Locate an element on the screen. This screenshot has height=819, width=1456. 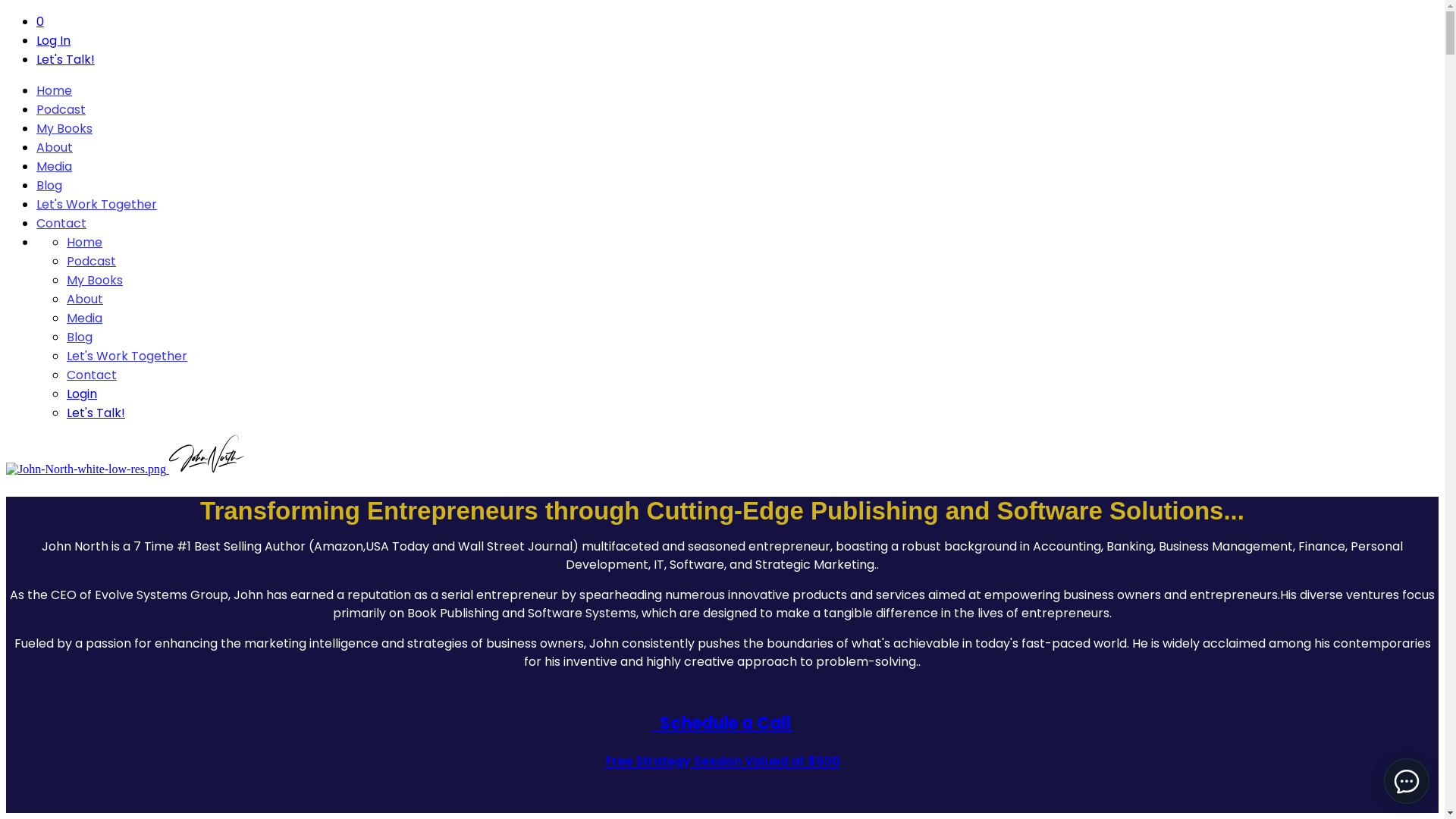
'Let's Talk!' is located at coordinates (95, 413).